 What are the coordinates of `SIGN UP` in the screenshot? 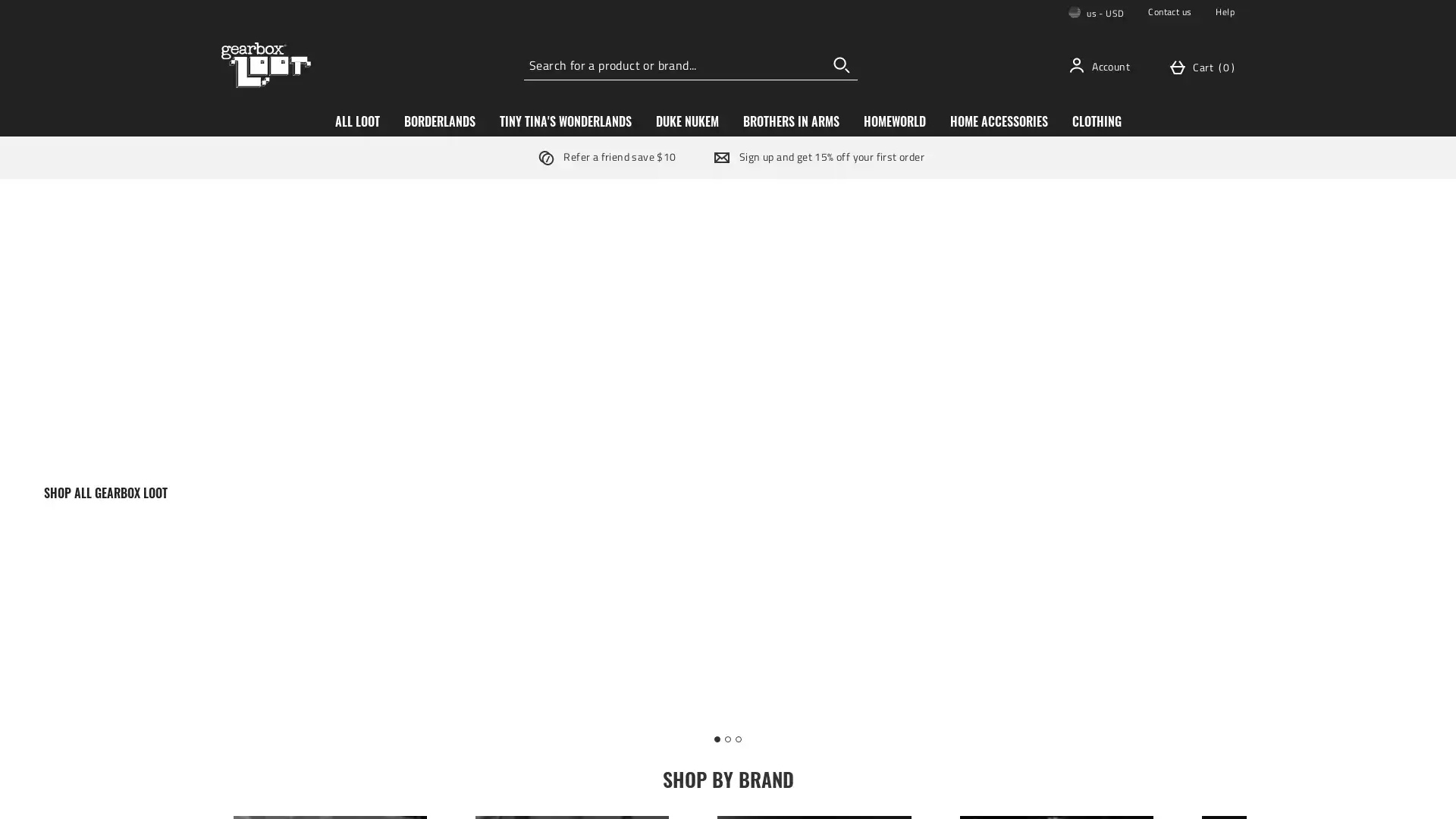 It's located at (840, 472).